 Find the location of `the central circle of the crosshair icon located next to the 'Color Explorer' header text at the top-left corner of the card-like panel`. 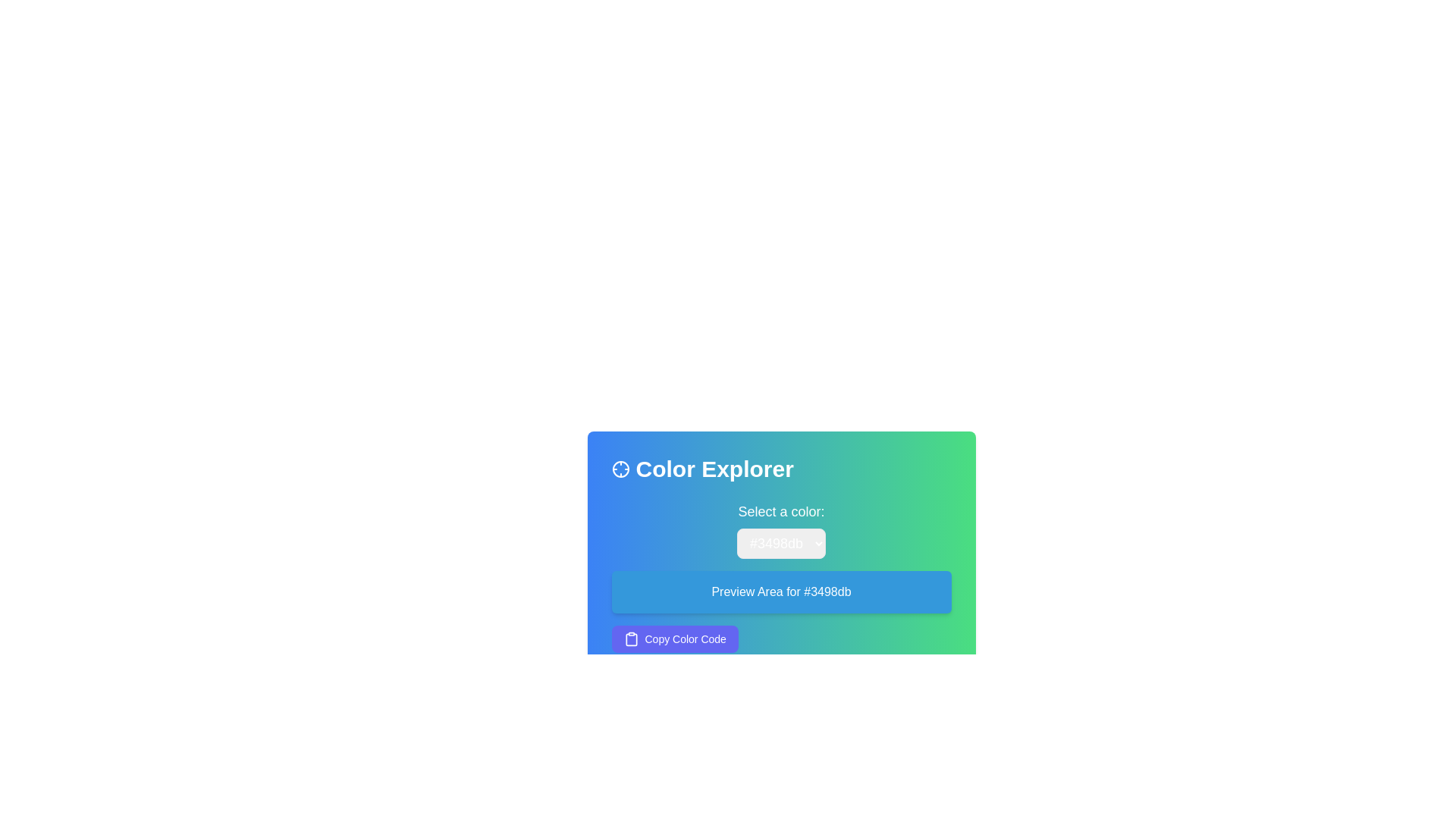

the central circle of the crosshair icon located next to the 'Color Explorer' header text at the top-left corner of the card-like panel is located at coordinates (620, 468).